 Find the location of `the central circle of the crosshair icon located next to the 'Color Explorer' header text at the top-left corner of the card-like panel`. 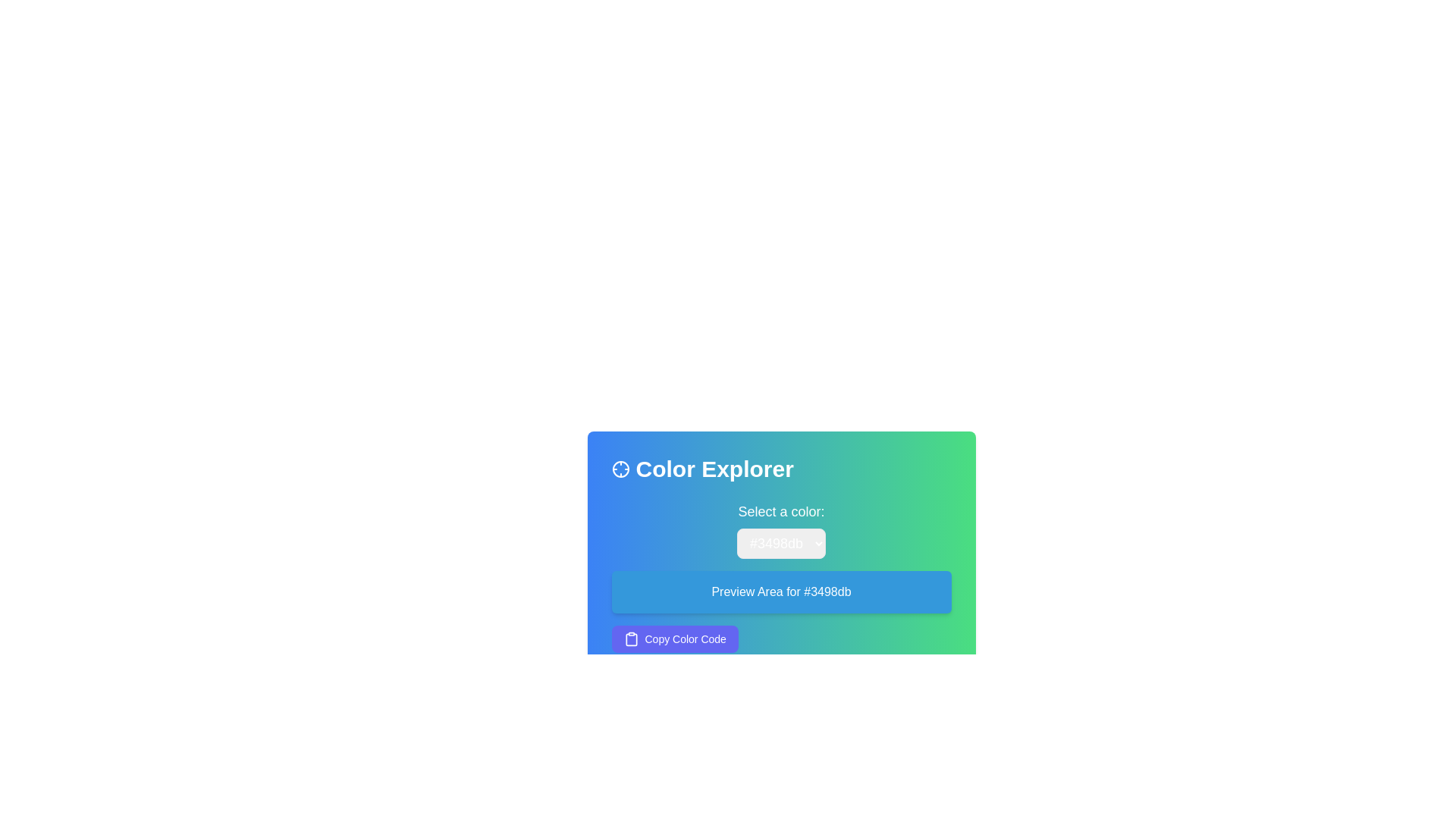

the central circle of the crosshair icon located next to the 'Color Explorer' header text at the top-left corner of the card-like panel is located at coordinates (620, 468).